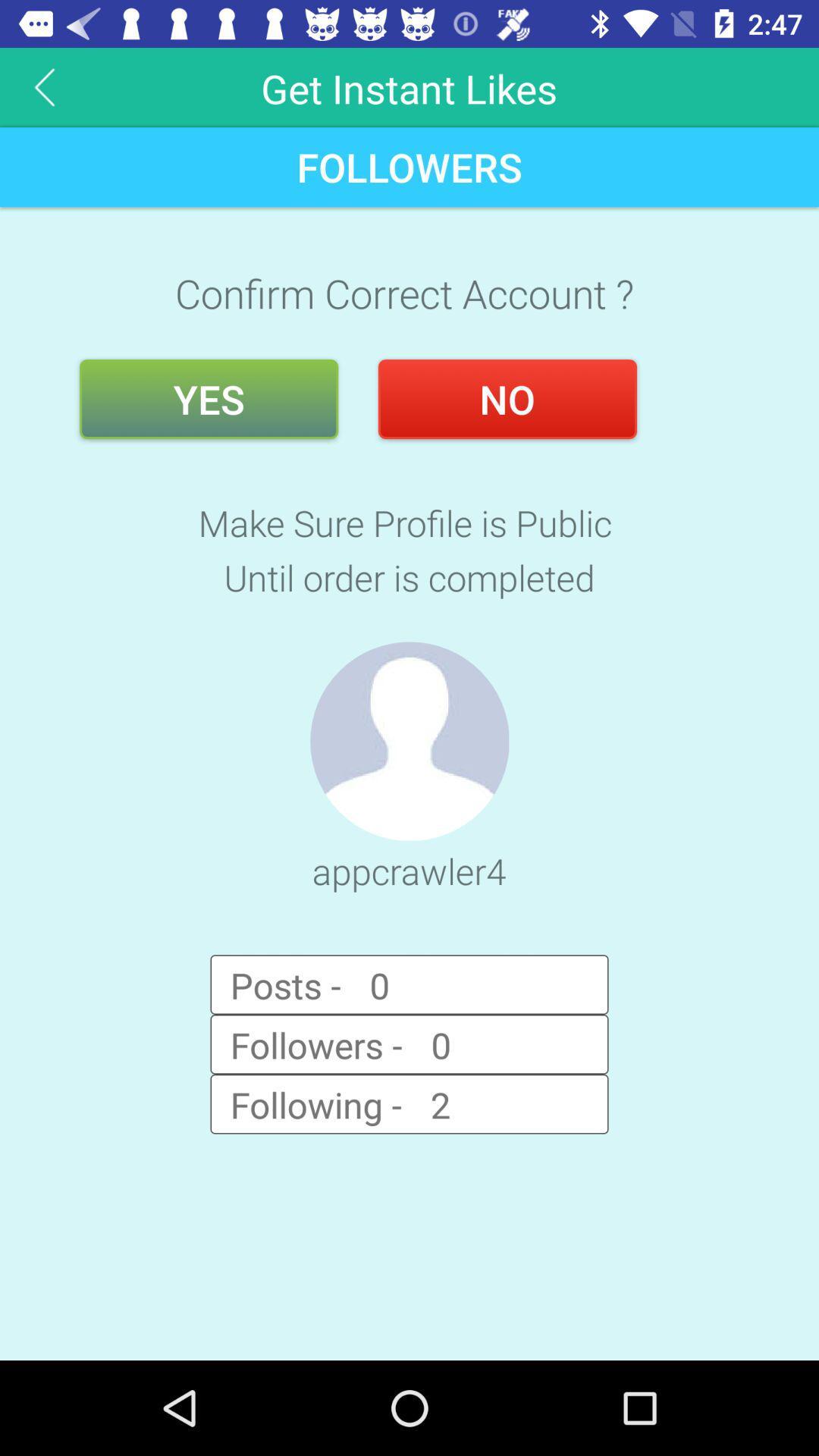 This screenshot has height=1456, width=819. What do you see at coordinates (507, 399) in the screenshot?
I see `app below confirm correct account ?  icon` at bounding box center [507, 399].